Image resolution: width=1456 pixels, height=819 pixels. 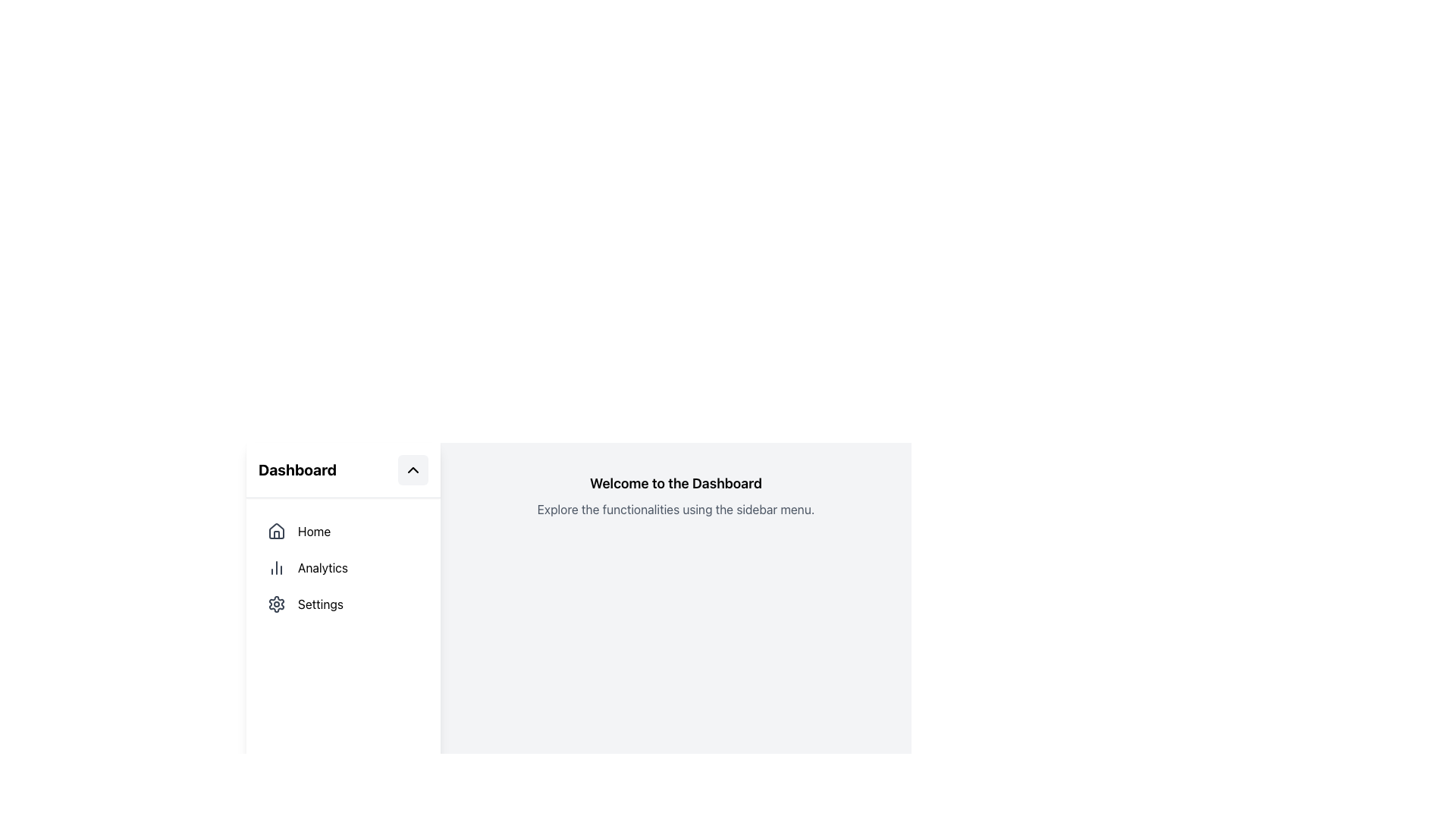 What do you see at coordinates (276, 604) in the screenshot?
I see `the gear-like settings icon located in the left vertical sidebar` at bounding box center [276, 604].